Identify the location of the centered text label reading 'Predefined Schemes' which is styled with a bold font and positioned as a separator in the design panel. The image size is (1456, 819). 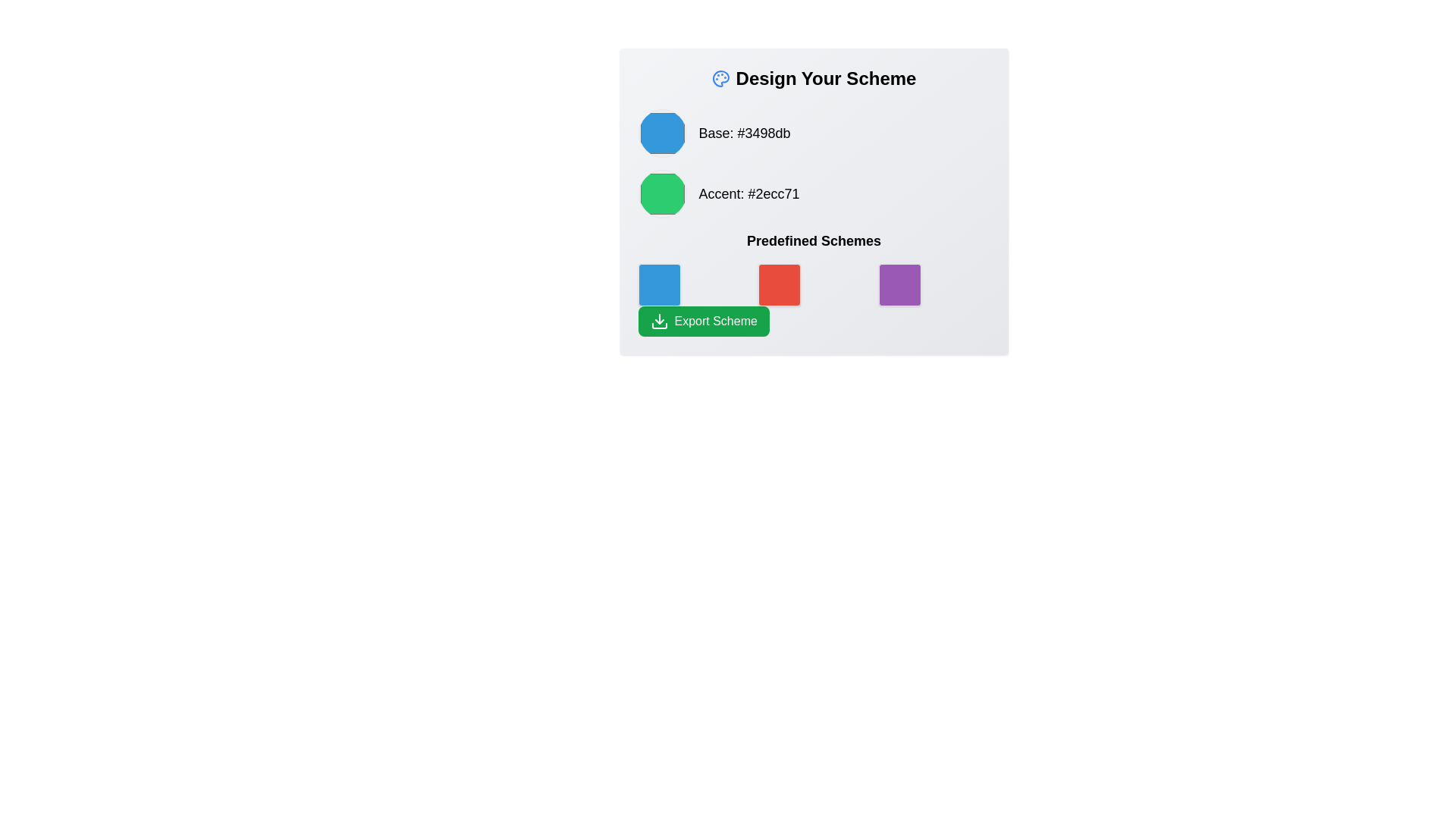
(813, 240).